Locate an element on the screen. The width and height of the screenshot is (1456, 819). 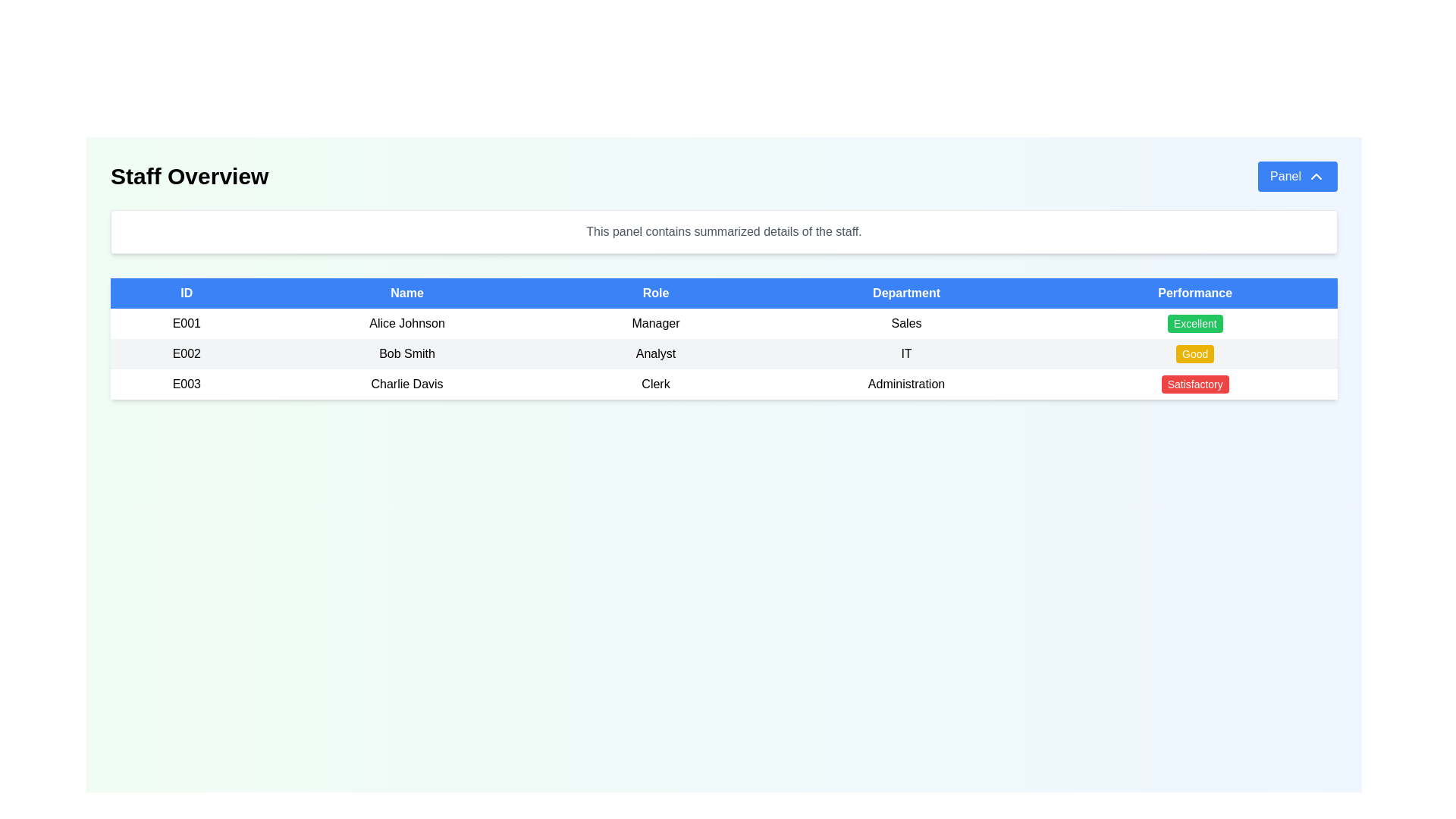
the table cell containing the text 'IT' in bold styling, located in the 'Department' column for employee 'Bob Smith' in row 'E002' is located at coordinates (906, 353).